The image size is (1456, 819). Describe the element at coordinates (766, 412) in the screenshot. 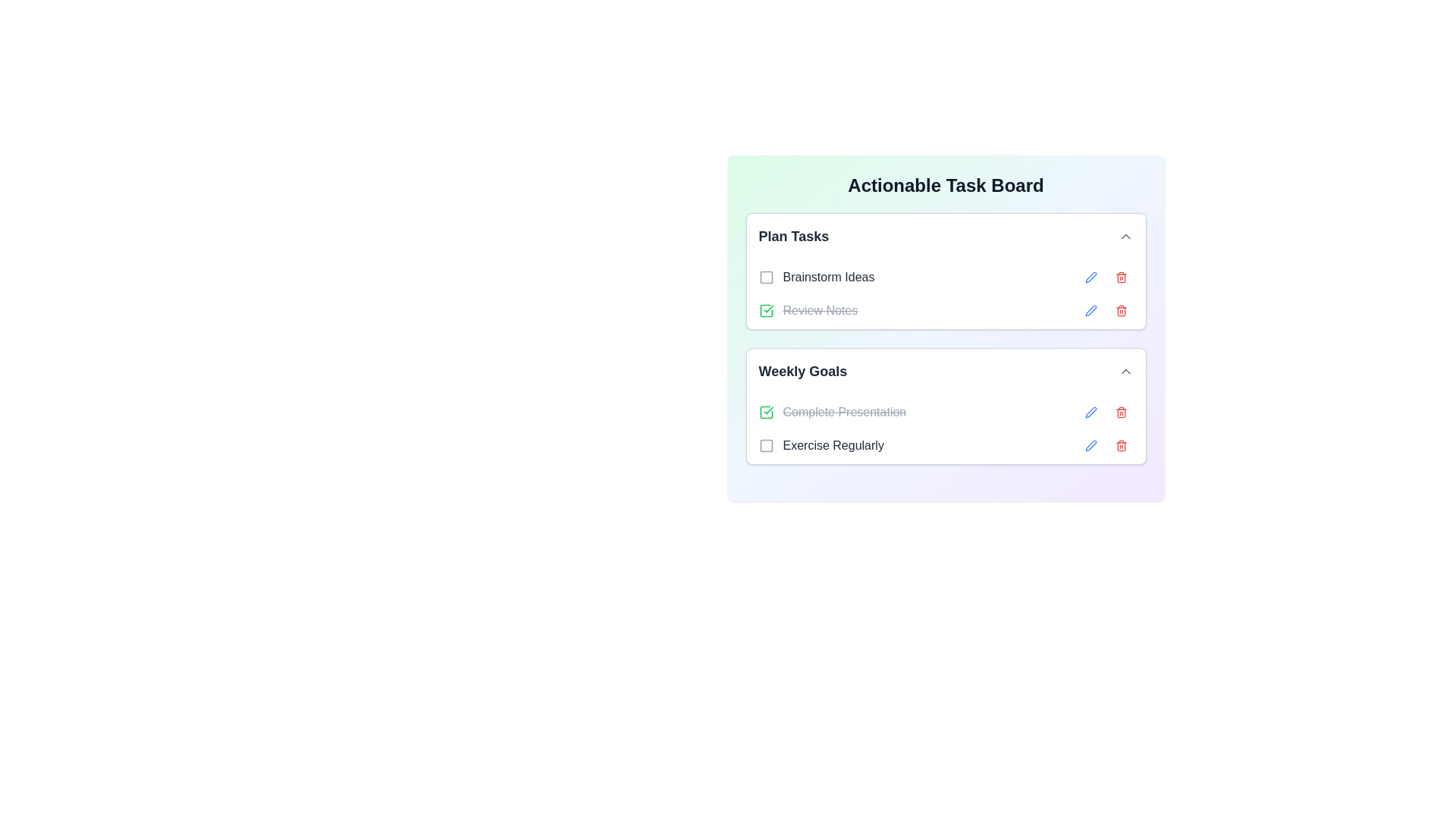

I see `the checkbox icon filled with green and featuring a checkmark, located to the left of 'Complete Presentation' in the 'Weekly Goals' section` at that location.